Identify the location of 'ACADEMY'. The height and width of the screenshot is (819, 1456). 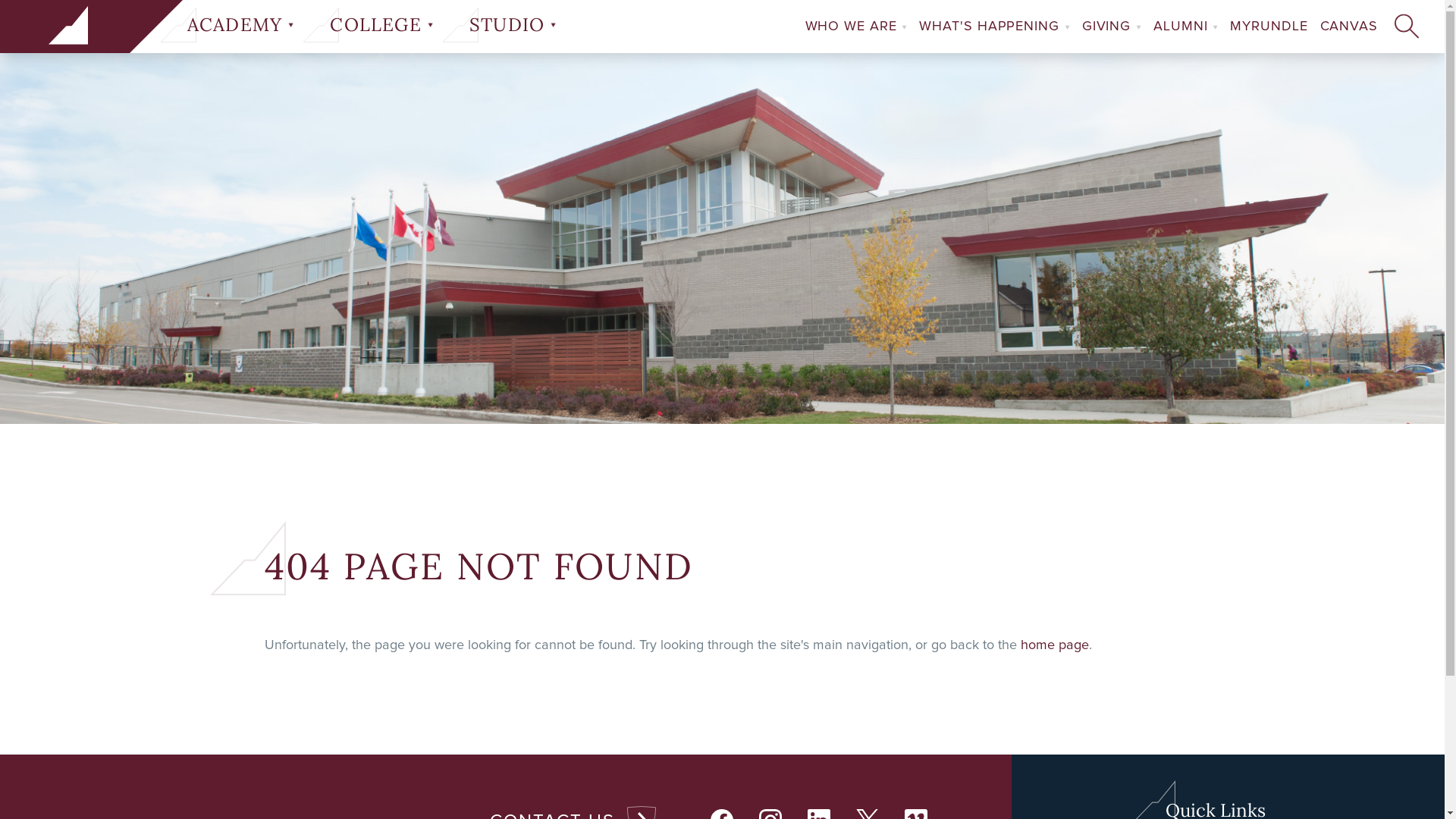
(182, 25).